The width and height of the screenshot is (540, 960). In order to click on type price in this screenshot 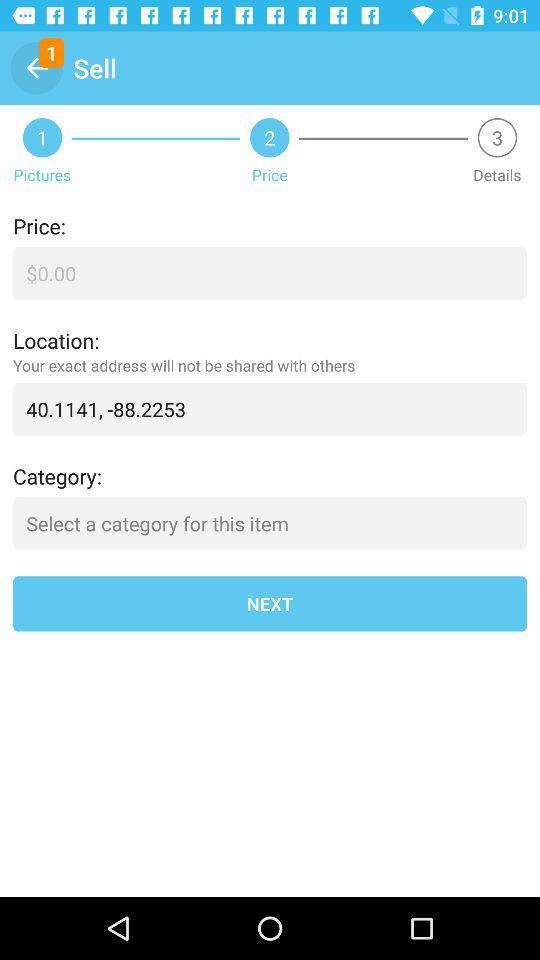, I will do `click(270, 272)`.